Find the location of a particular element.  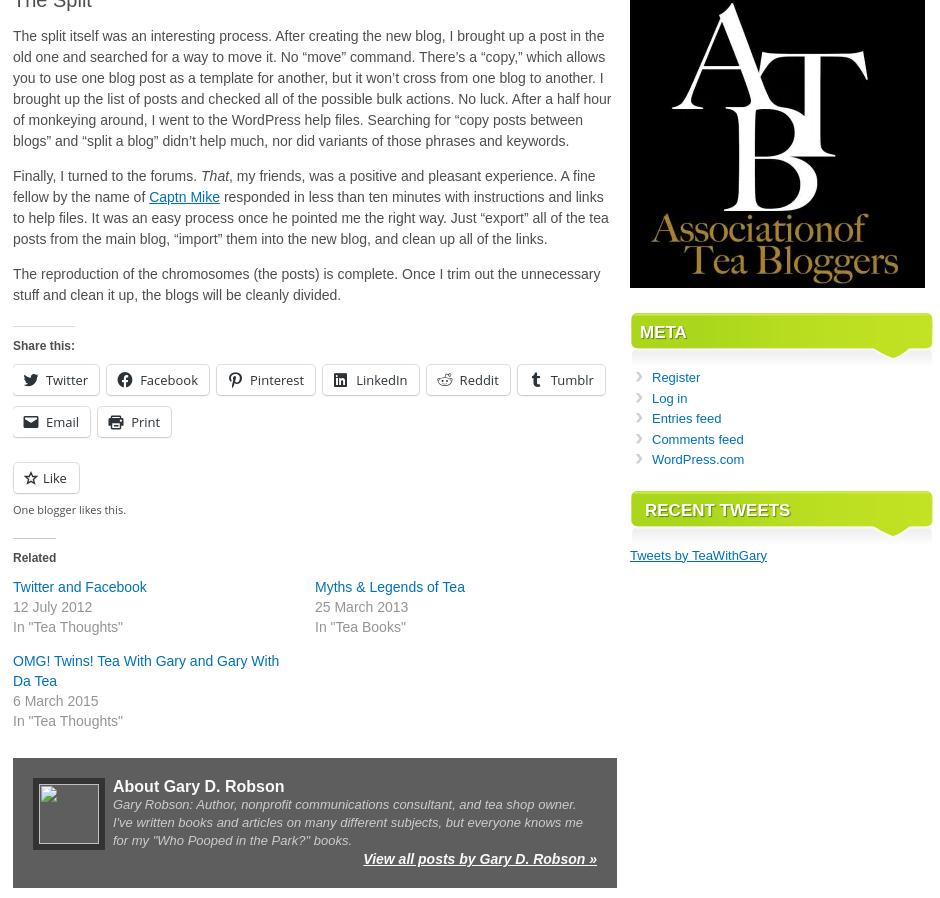

'Register' is located at coordinates (674, 377).